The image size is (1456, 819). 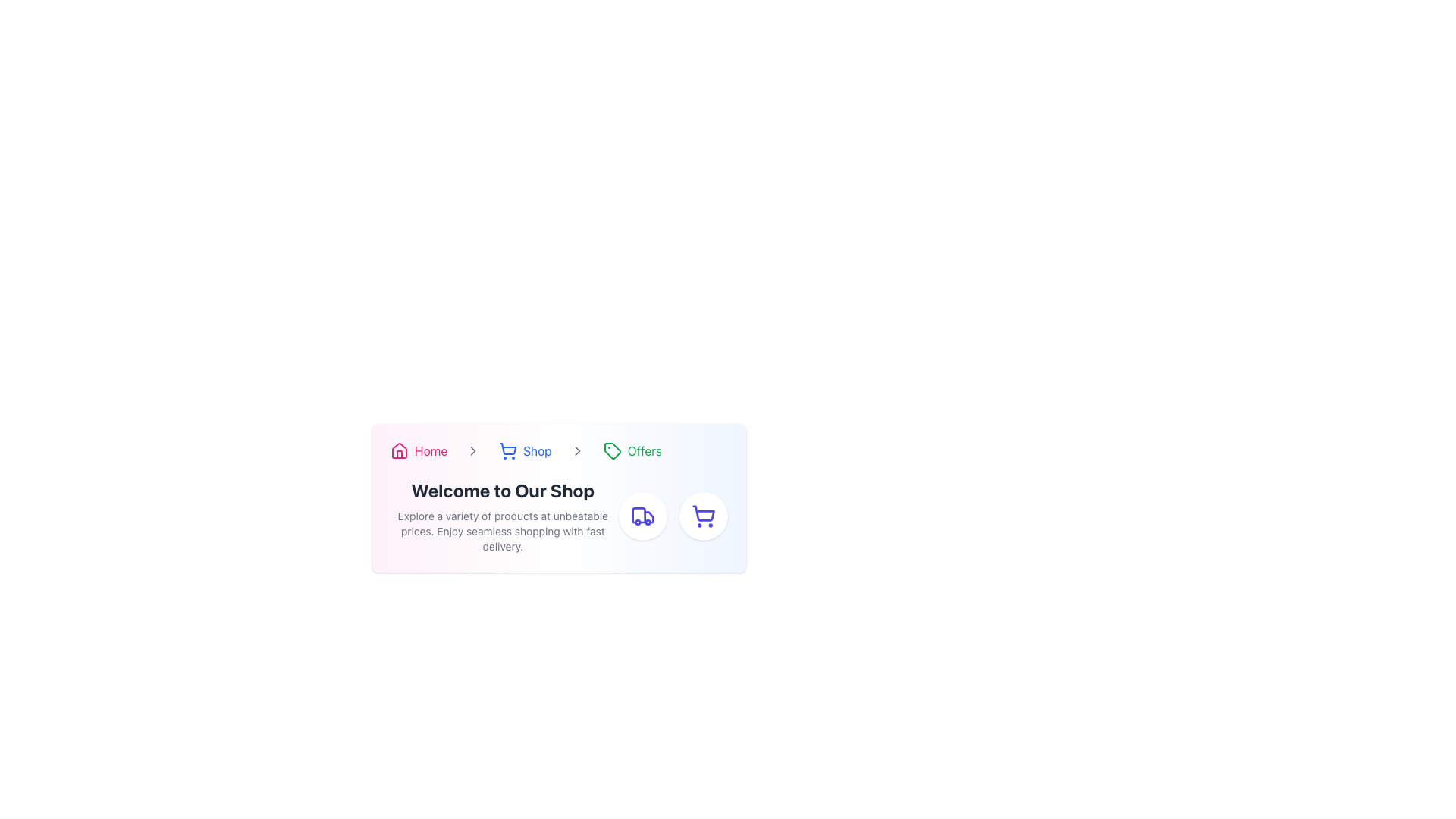 What do you see at coordinates (503, 491) in the screenshot?
I see `text content of the bold, dark text label that says 'Welcome to Our Shop', positioned centrally within the header section` at bounding box center [503, 491].